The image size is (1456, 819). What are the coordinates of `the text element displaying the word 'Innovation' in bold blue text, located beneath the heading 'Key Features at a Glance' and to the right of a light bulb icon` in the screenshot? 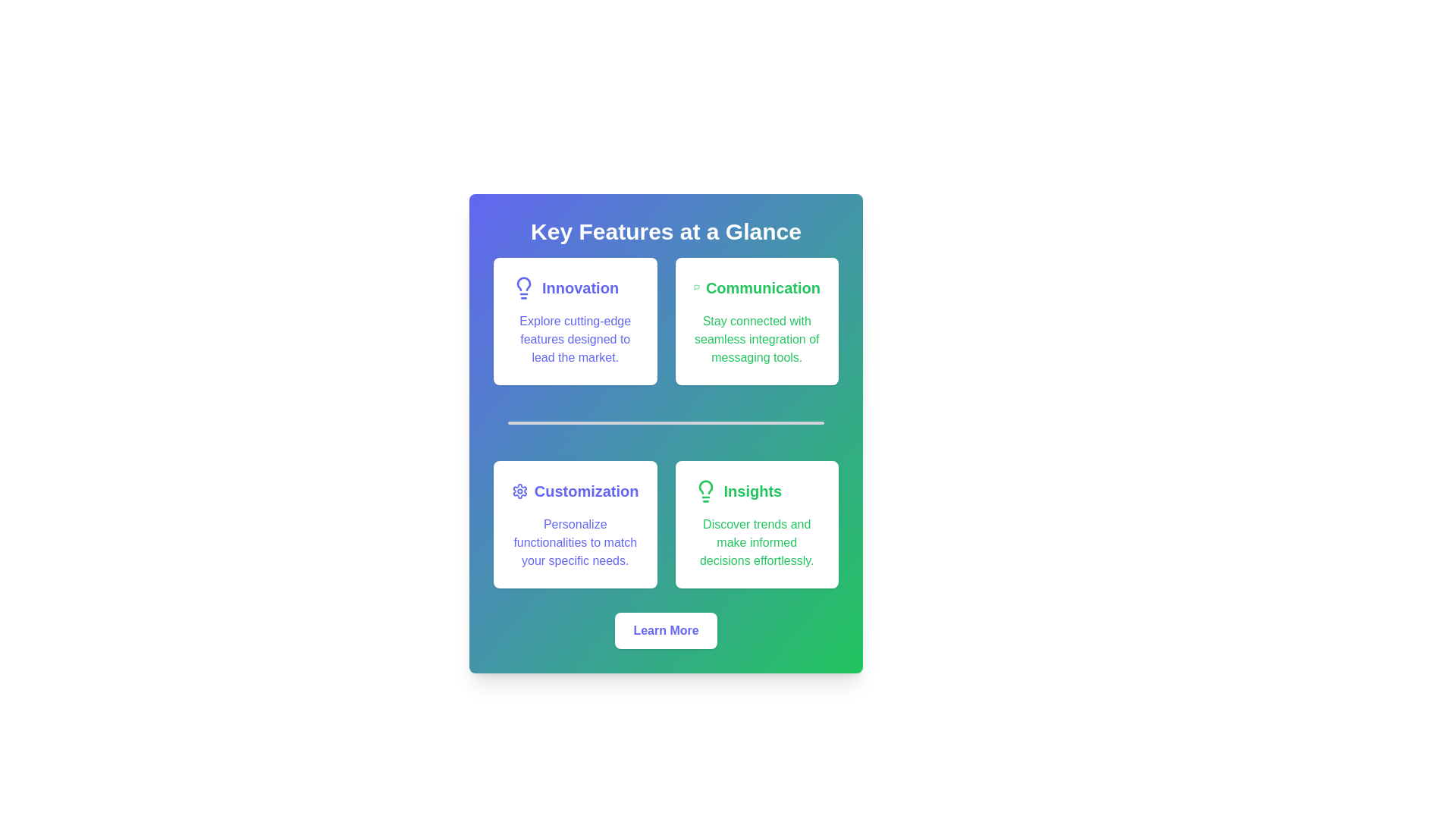 It's located at (579, 288).